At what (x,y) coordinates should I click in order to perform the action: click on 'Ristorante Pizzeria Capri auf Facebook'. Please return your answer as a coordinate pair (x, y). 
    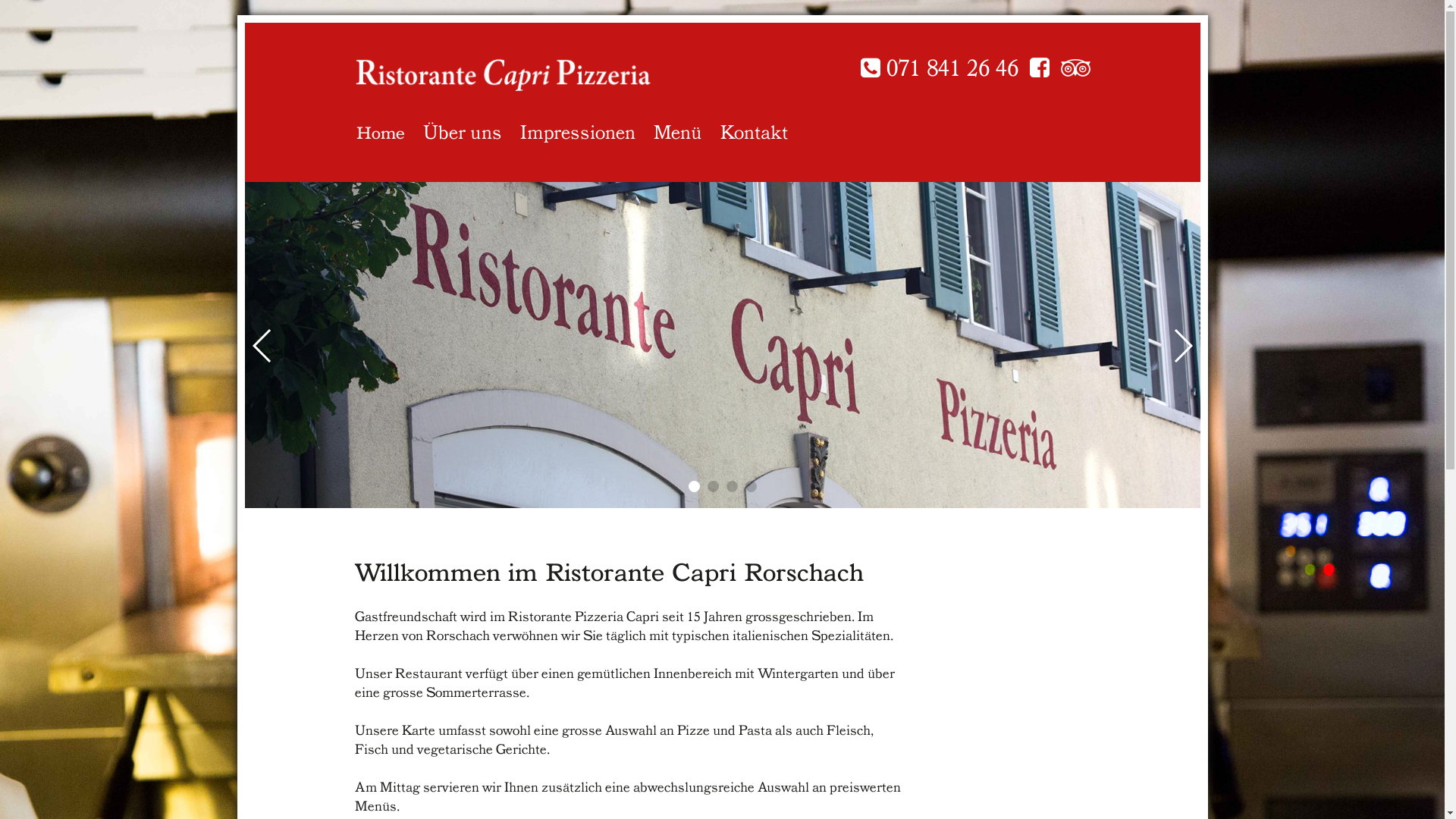
    Looking at the image, I should click on (1039, 67).